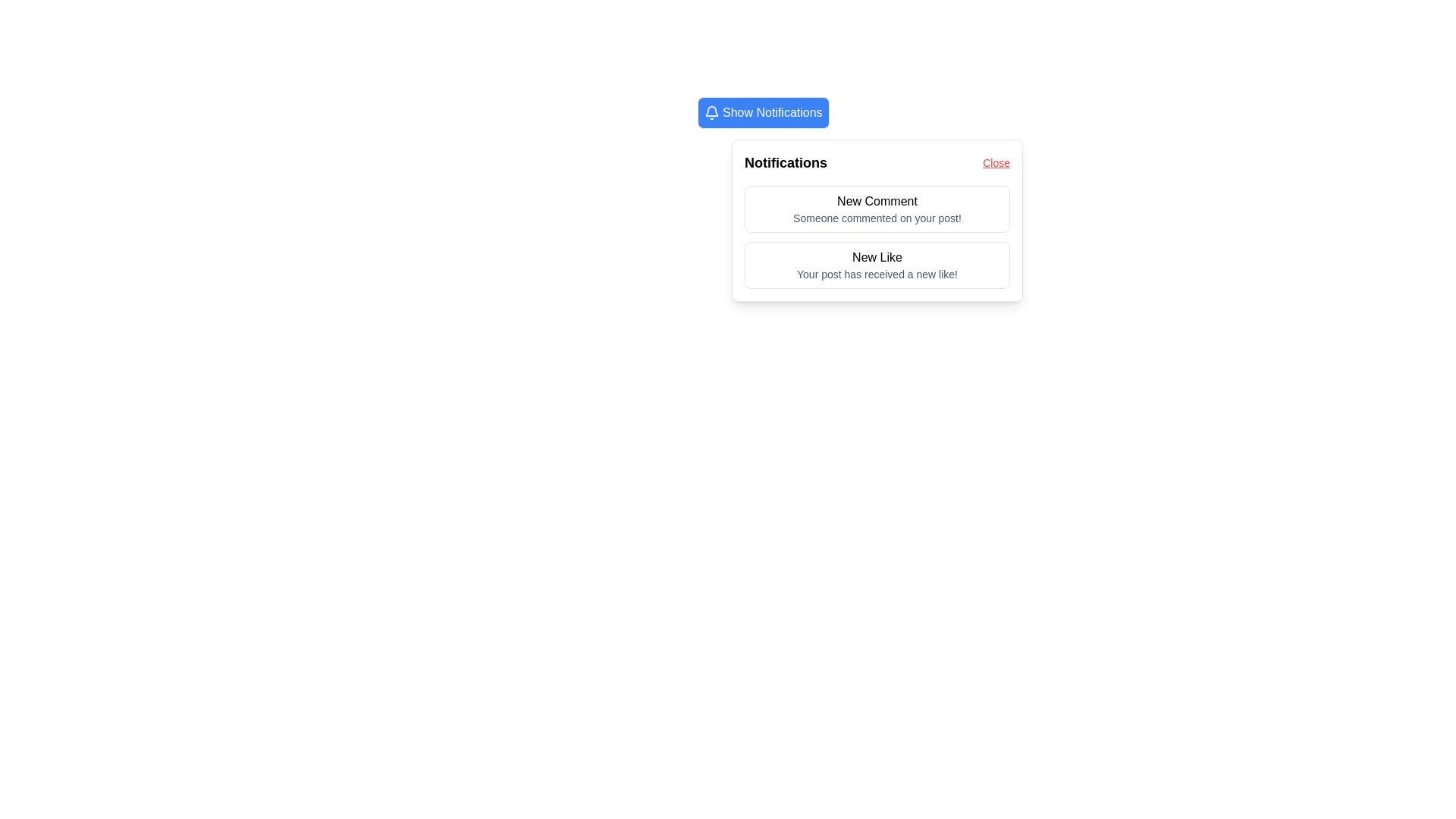  I want to click on the rectangular blue button labeled 'Show Notifications' with a bell icon, so click(763, 112).